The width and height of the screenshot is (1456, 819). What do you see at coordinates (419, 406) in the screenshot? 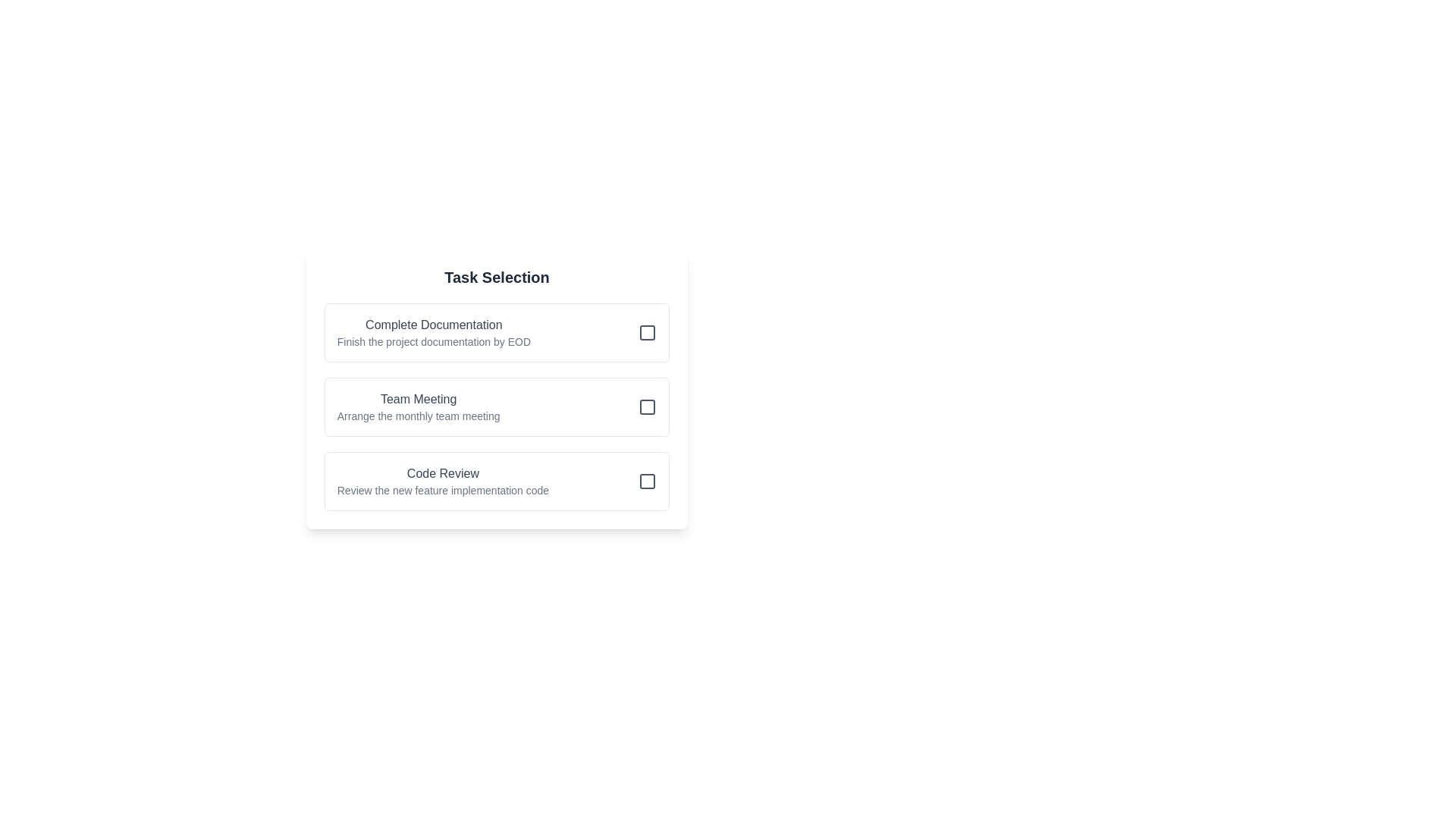
I see `the Text block representing a team meeting task, which is the second item in a vertical list between 'Complete Documentation' and 'Code Review'` at bounding box center [419, 406].